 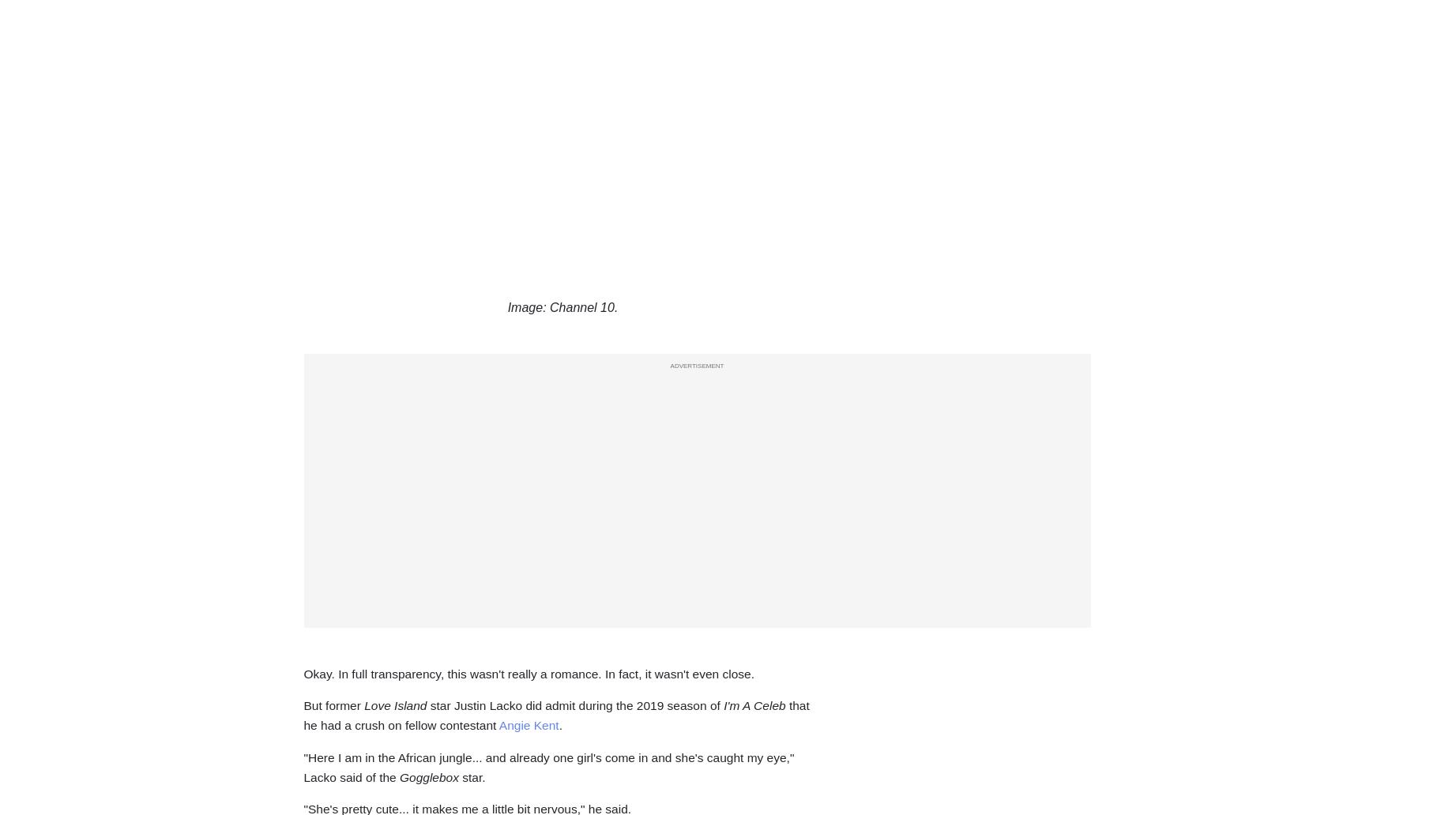 I want to click on 'Angie Kent', so click(x=528, y=724).